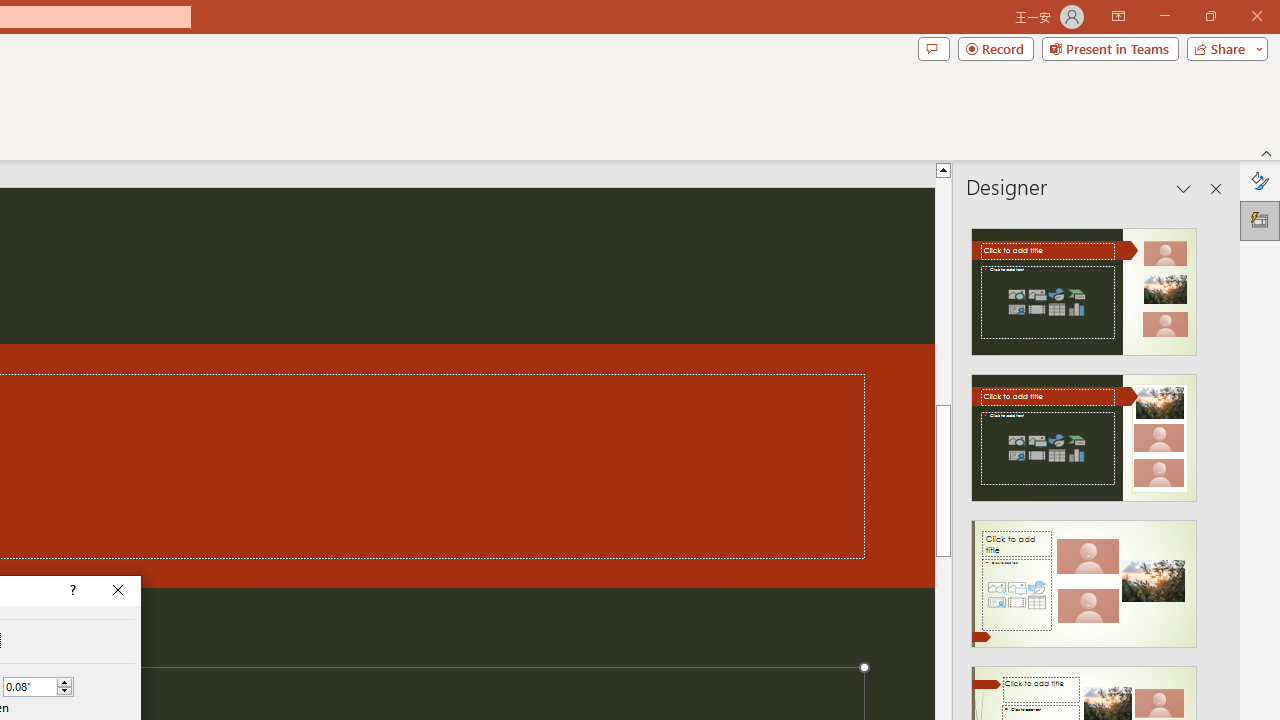 This screenshot has height=720, width=1280. Describe the element at coordinates (38, 685) in the screenshot. I see `'Custom Spacing'` at that location.